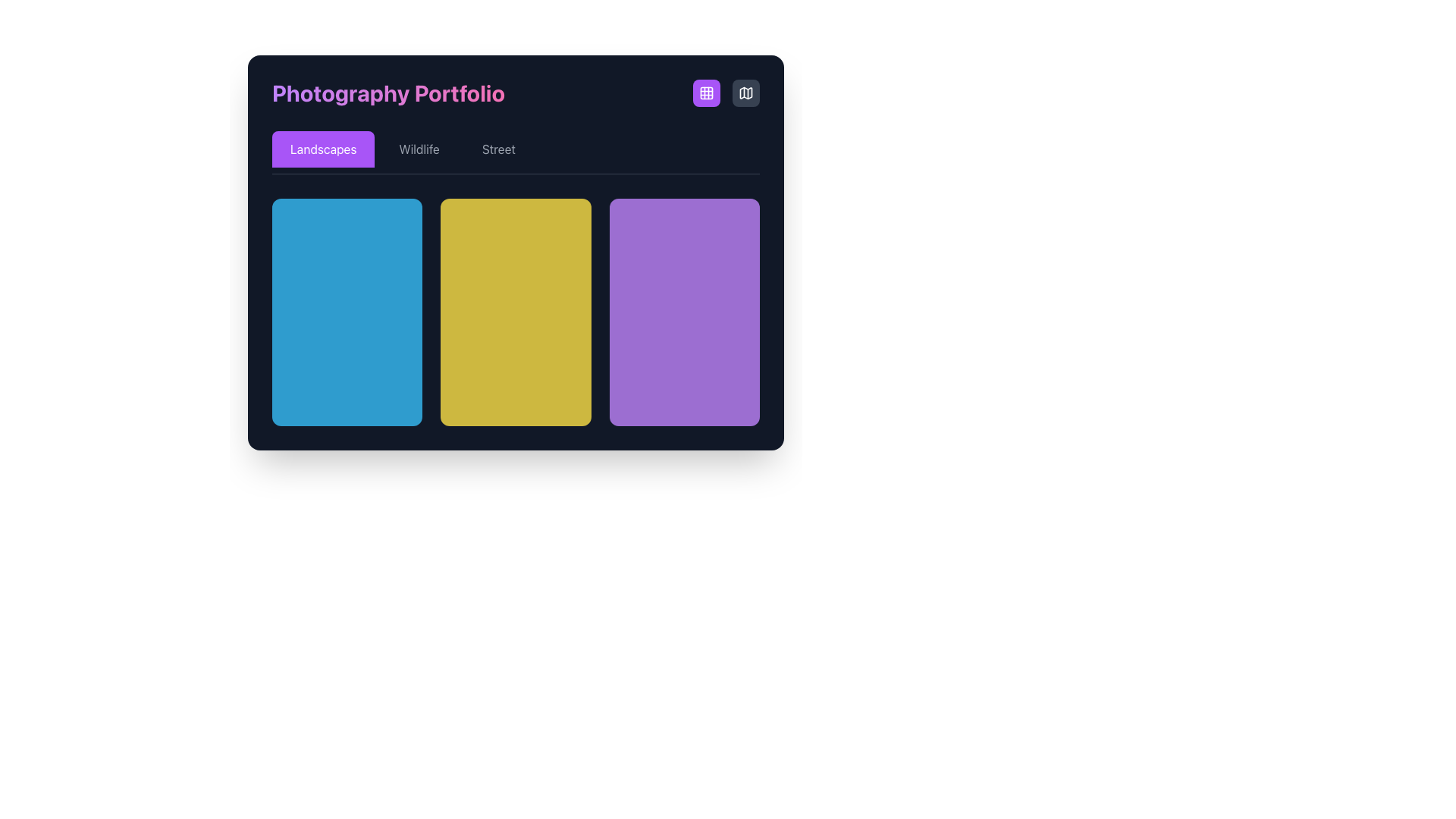 Image resolution: width=1456 pixels, height=819 pixels. I want to click on the prominent purple button reading 'Landscapes', so click(322, 149).